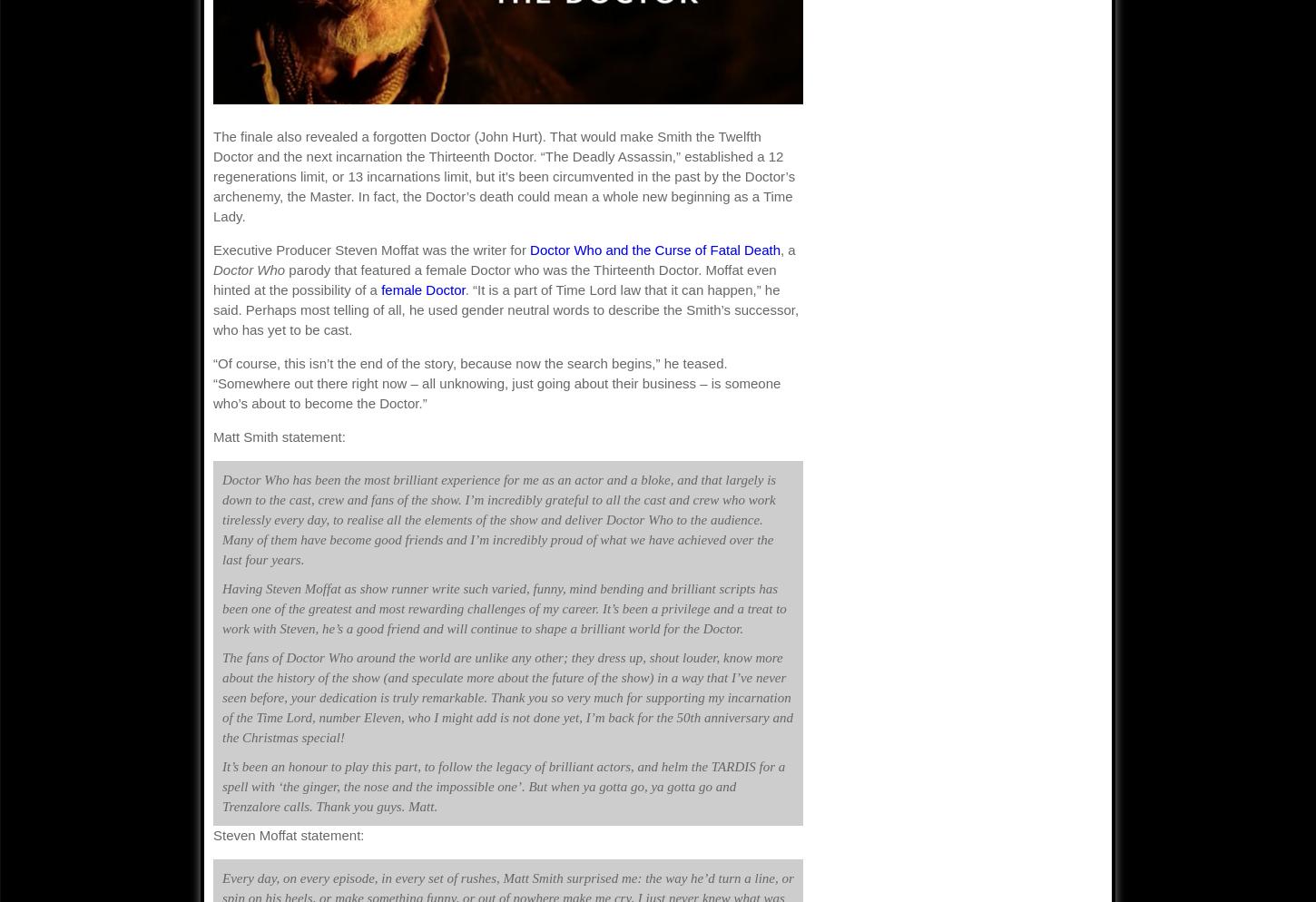 Image resolution: width=1316 pixels, height=902 pixels. Describe the element at coordinates (279, 436) in the screenshot. I see `'Matt Smith statement:'` at that location.